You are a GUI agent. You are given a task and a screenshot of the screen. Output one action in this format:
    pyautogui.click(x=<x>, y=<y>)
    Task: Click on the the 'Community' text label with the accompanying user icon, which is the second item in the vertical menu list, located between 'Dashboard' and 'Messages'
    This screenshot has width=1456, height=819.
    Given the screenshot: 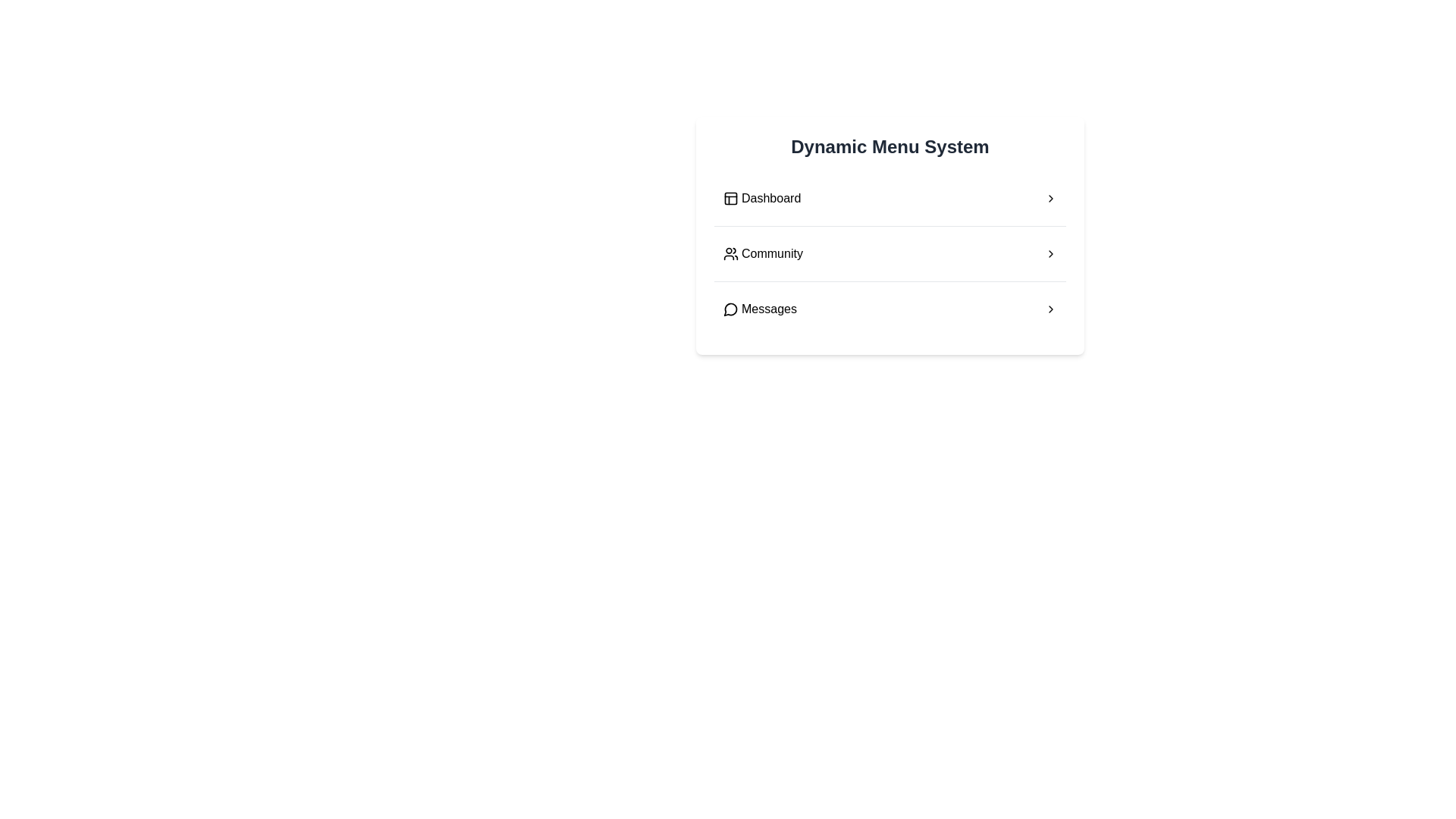 What is the action you would take?
    pyautogui.click(x=763, y=253)
    